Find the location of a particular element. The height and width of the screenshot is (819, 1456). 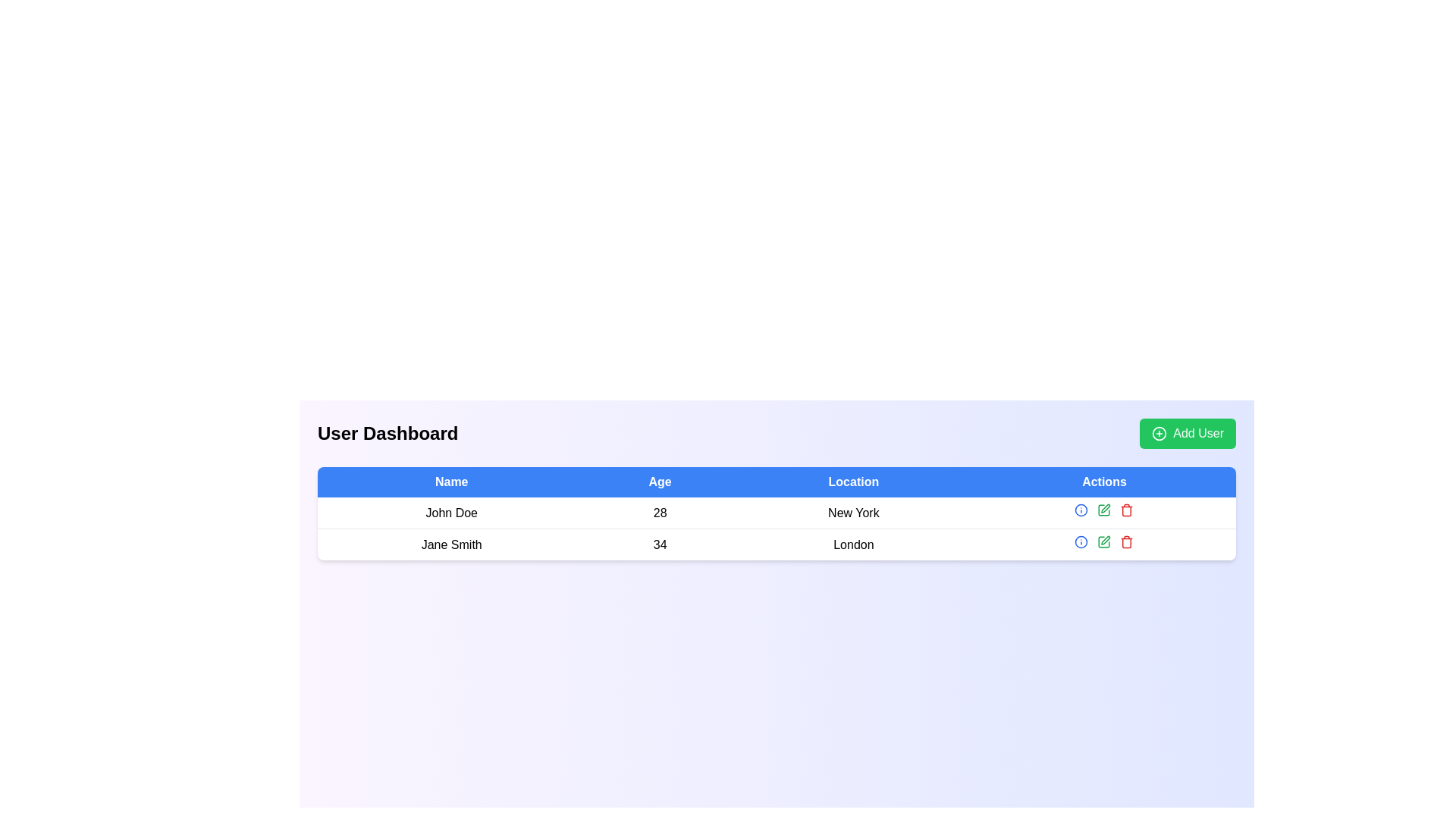

the first Icon button in the 'Actions' column for 'Jane Smith' to get additional information is located at coordinates (1081, 510).